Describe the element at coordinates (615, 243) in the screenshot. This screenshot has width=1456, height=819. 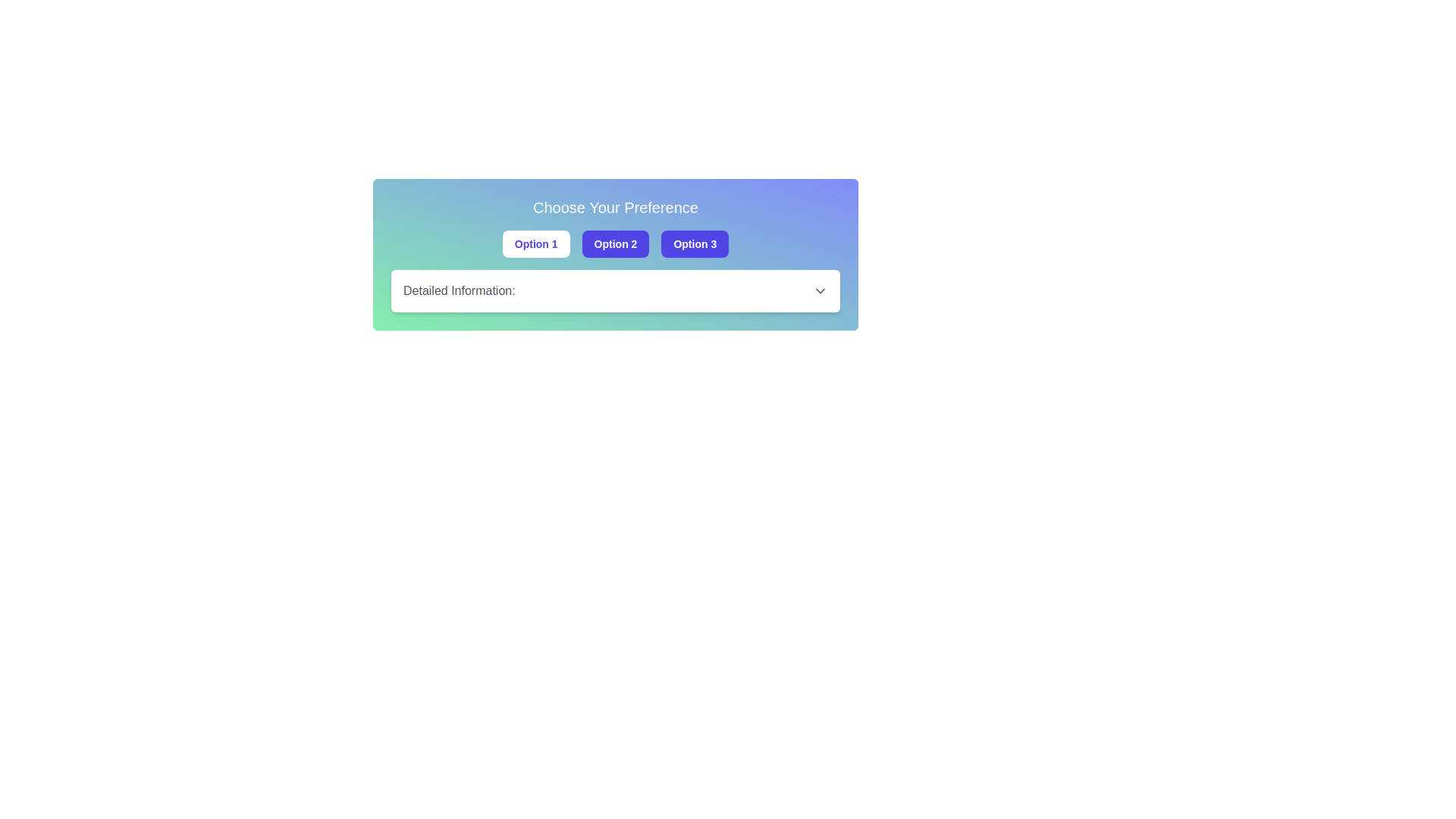
I see `the 'Option 2' button in the horizontally aligned group of three selectable buttons, which has a dark blue background with white text` at that location.